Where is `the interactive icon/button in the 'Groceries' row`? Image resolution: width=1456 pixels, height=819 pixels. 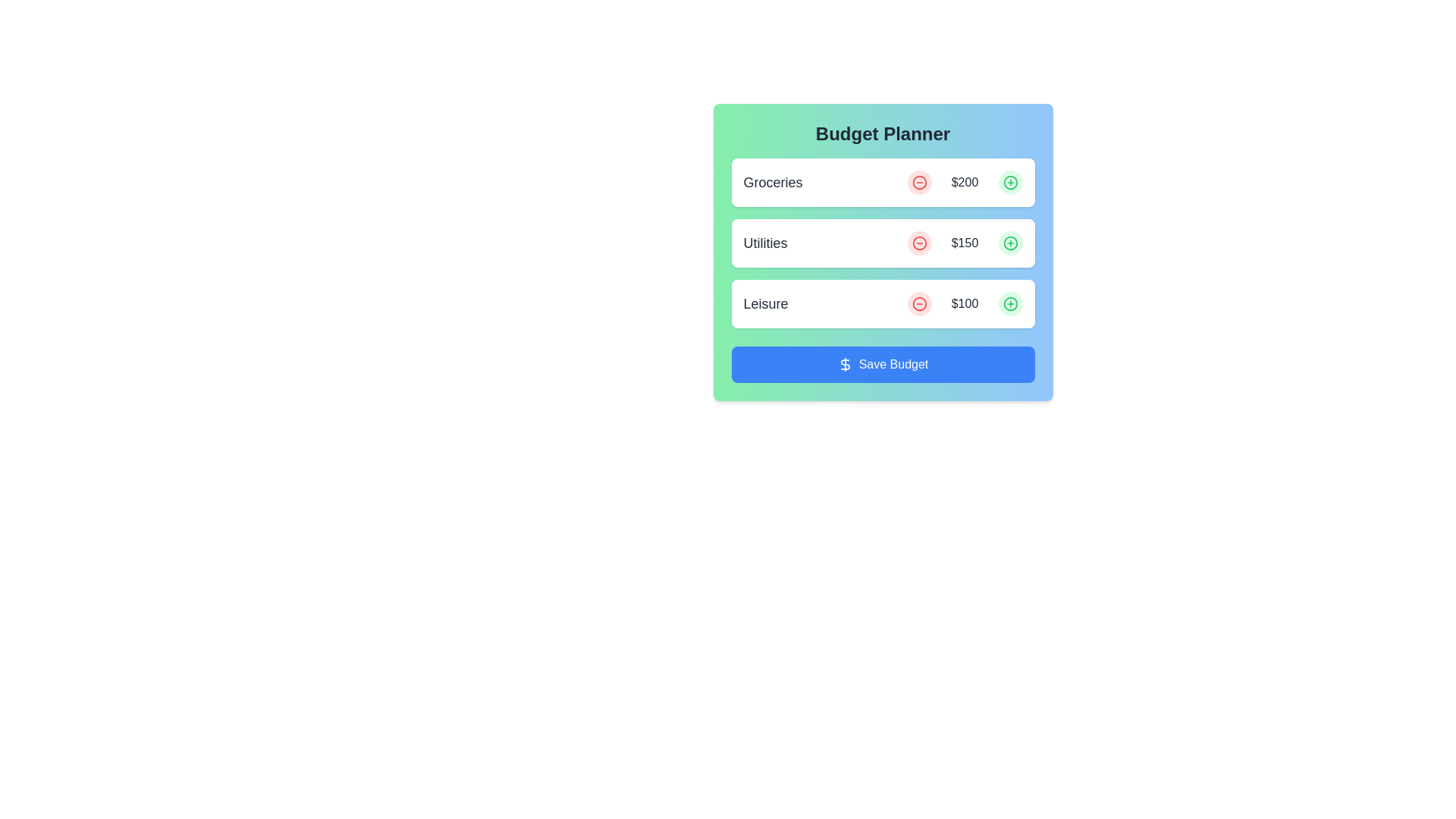 the interactive icon/button in the 'Groceries' row is located at coordinates (918, 181).